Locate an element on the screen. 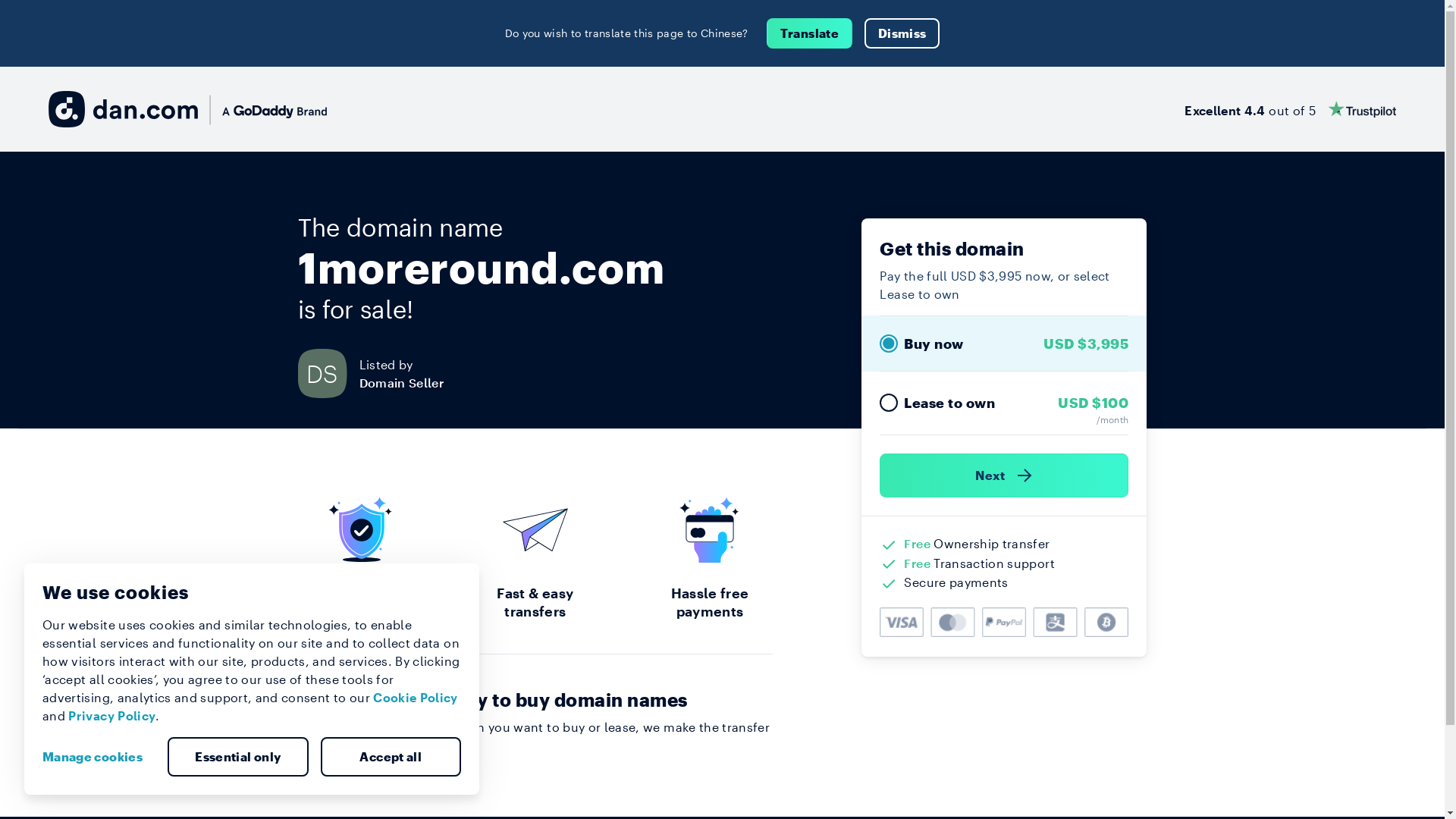  'Accept all' is located at coordinates (390, 757).